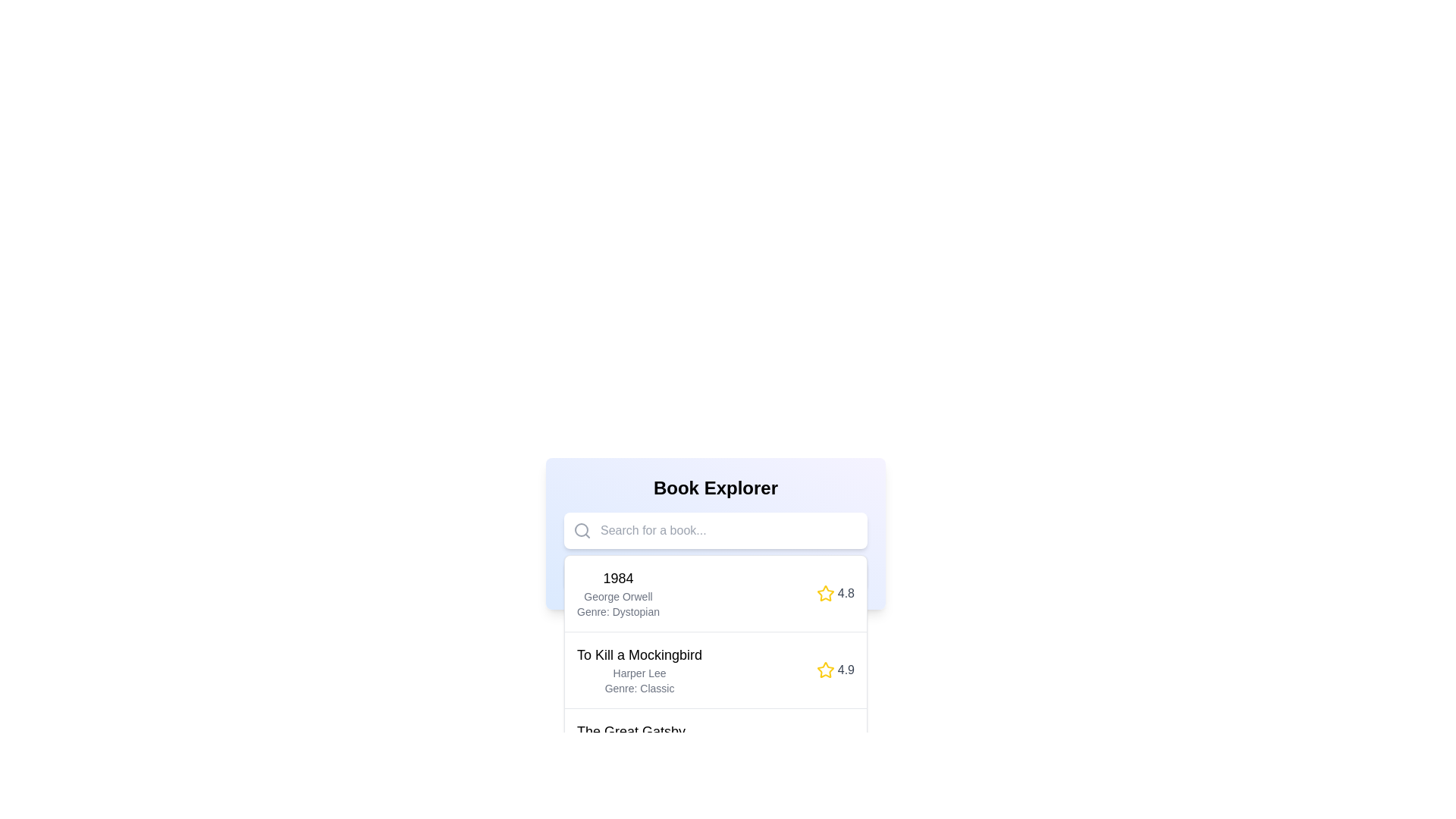 This screenshot has height=819, width=1456. Describe the element at coordinates (631, 730) in the screenshot. I see `the text label displaying 'The Great Gatsby', which is prominently positioned at the left of the bottom-most book entry in the list` at that location.